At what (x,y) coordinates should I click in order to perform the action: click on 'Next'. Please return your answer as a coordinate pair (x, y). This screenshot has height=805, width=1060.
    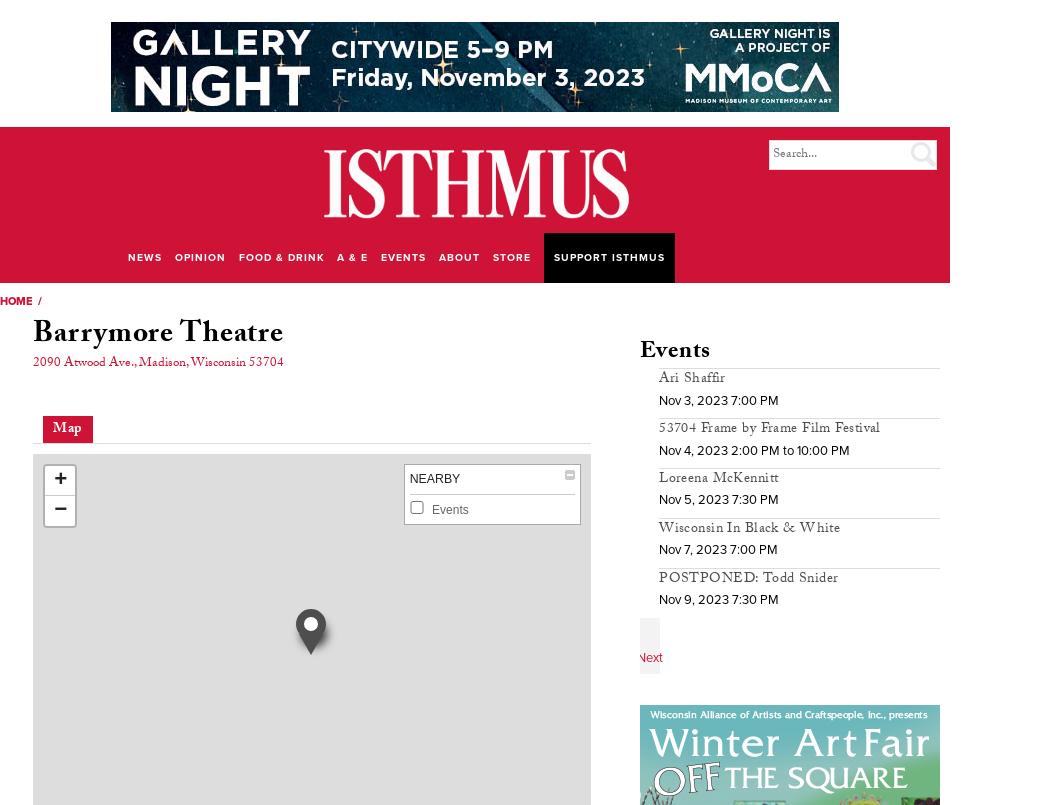
    Looking at the image, I should click on (649, 655).